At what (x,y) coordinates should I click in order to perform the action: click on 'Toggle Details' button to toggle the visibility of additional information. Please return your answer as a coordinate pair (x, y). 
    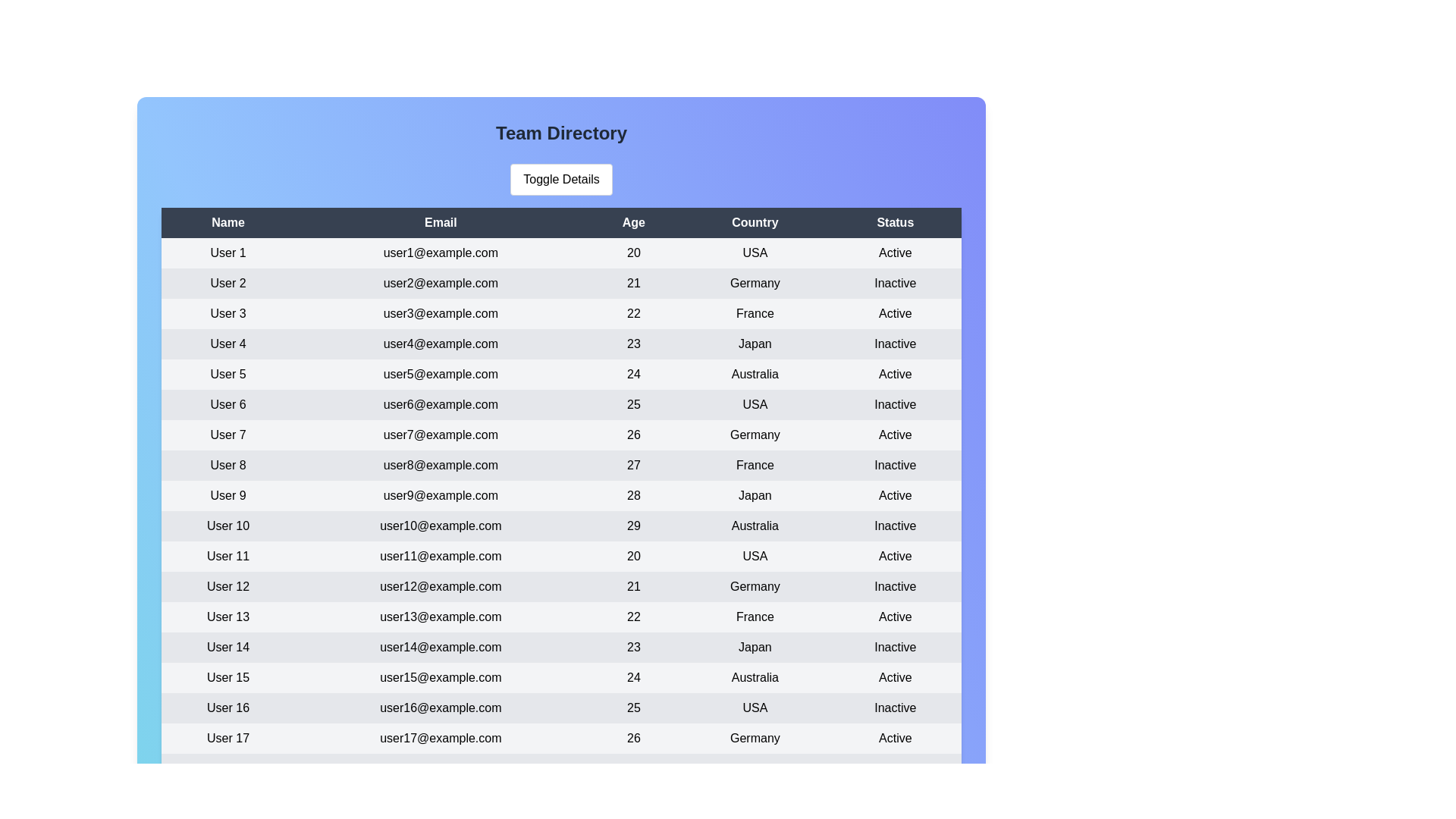
    Looking at the image, I should click on (560, 178).